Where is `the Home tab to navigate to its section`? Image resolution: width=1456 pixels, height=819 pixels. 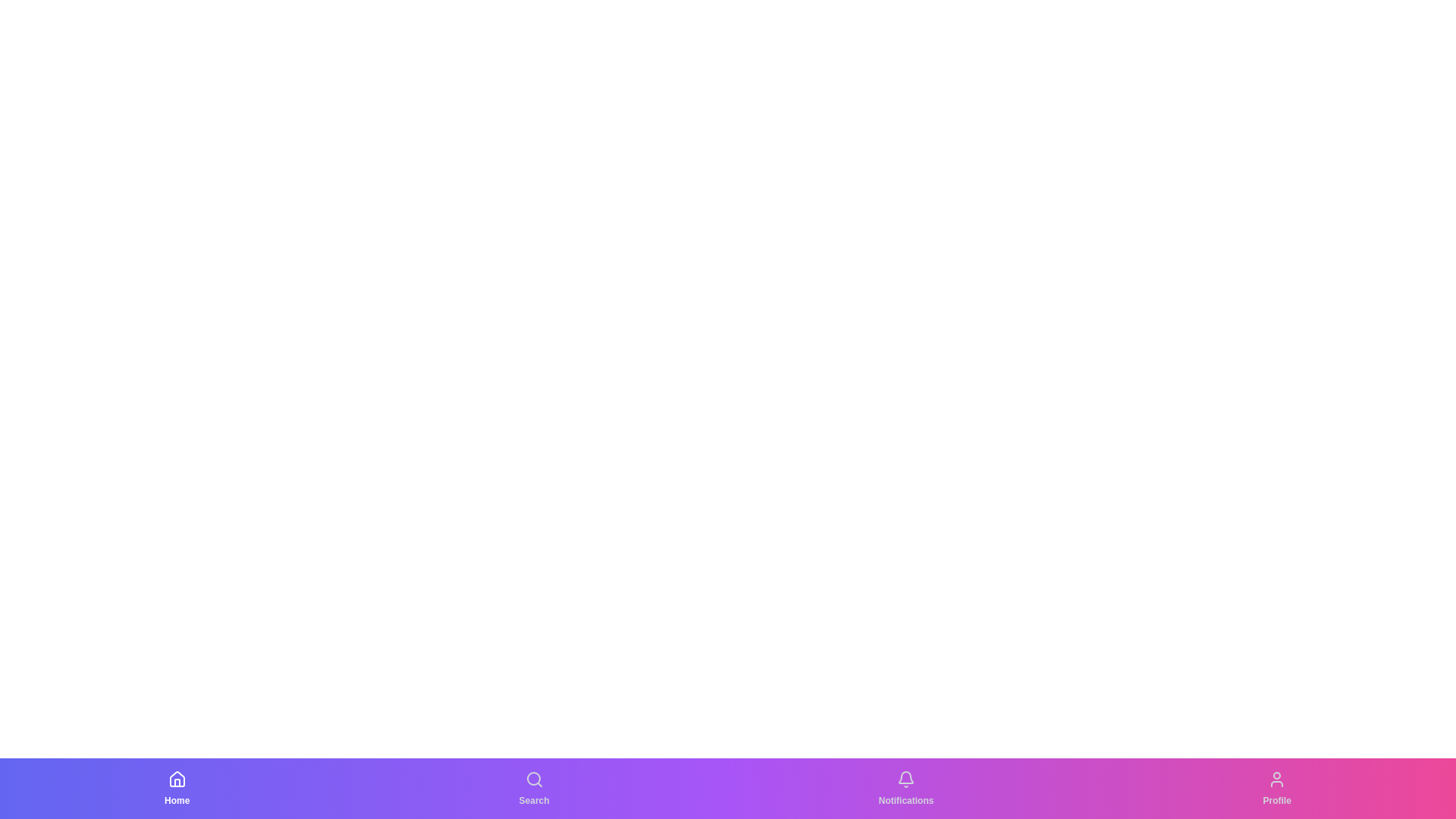 the Home tab to navigate to its section is located at coordinates (177, 788).